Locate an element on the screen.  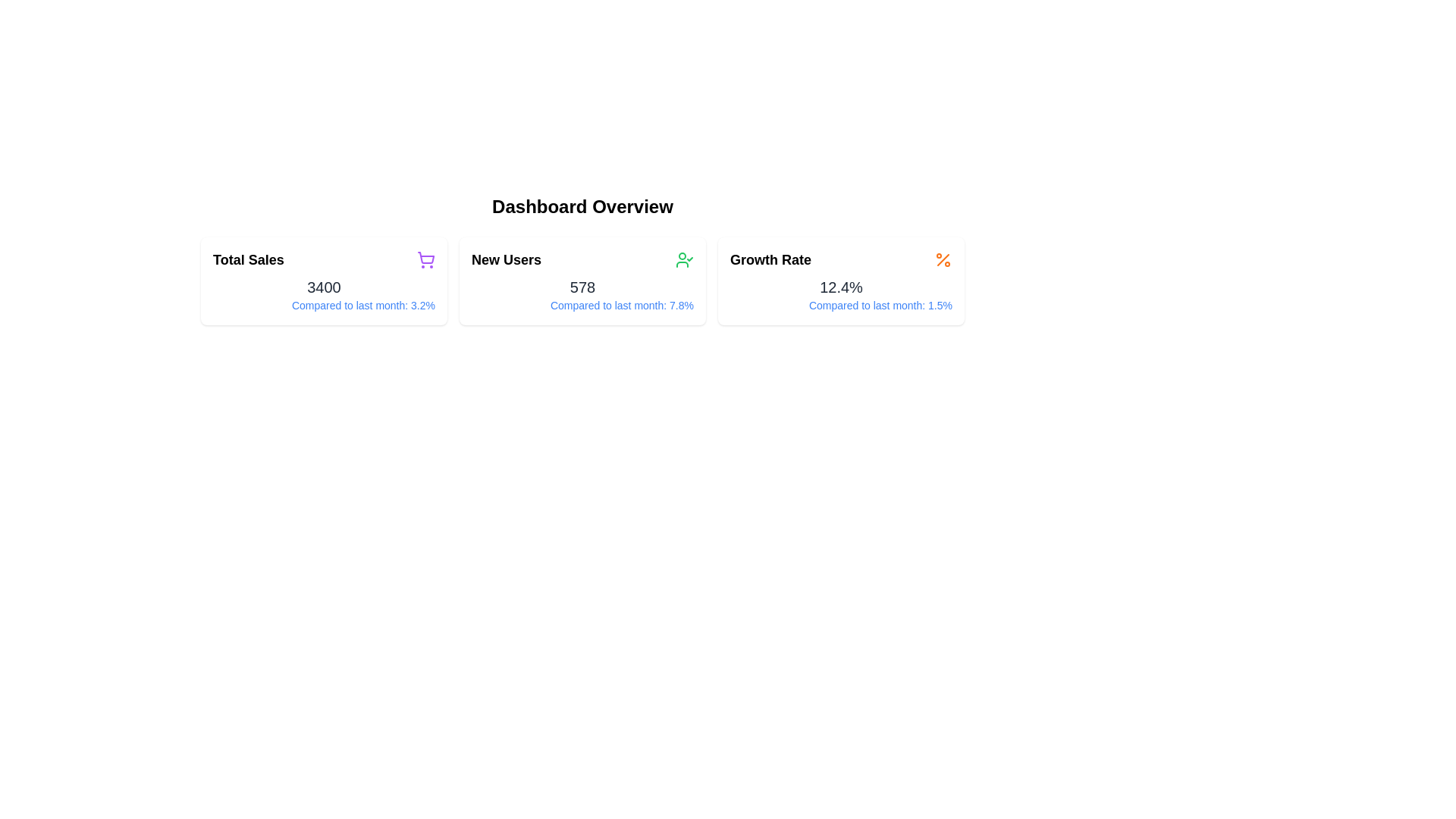
the decorative line within the orange percentage icon located in the 'Growth Rate' card in the dashboard, which is positioned diagonally between two circular shapes is located at coordinates (942, 259).